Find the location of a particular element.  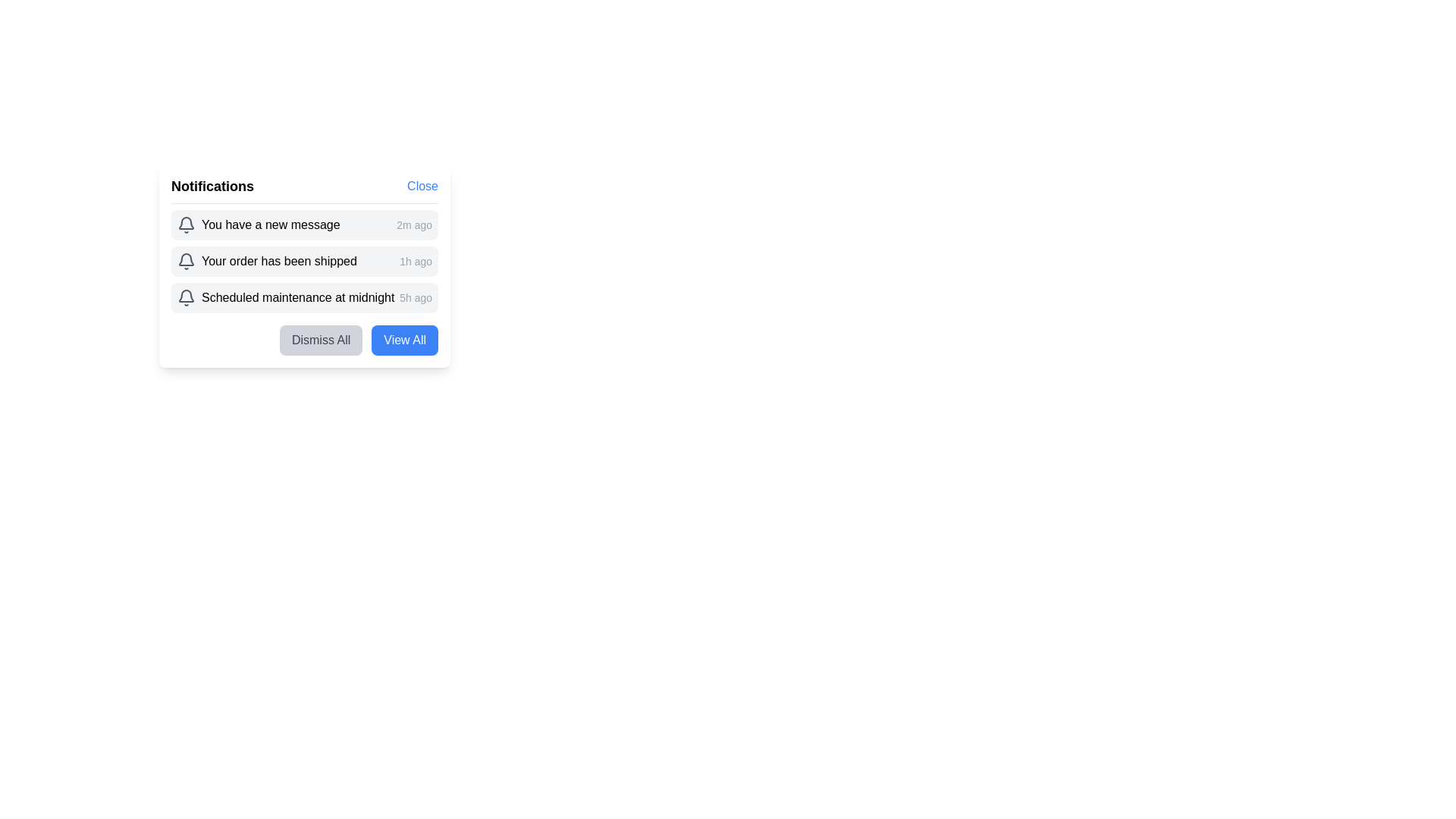

the button that allows users to view all notifications, located at the bottom-right of the 'Notifications' section, to prepare for keyboard interaction is located at coordinates (405, 339).